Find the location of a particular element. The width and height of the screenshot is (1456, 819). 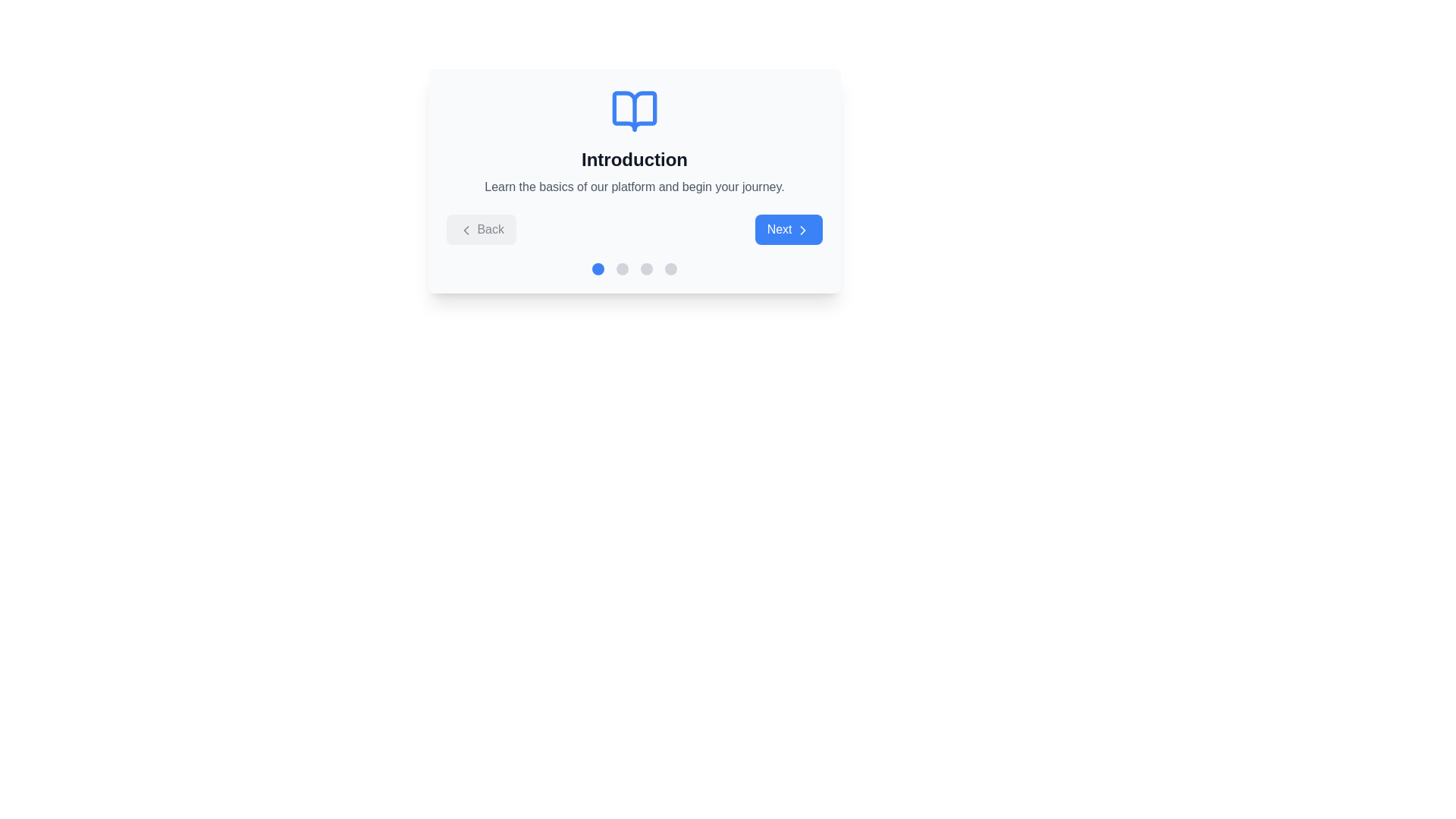

the small, right-pointing chevron-shaped icon embedded within the 'Next' button located in the bottom right corner of the modal dialog to progress is located at coordinates (802, 230).